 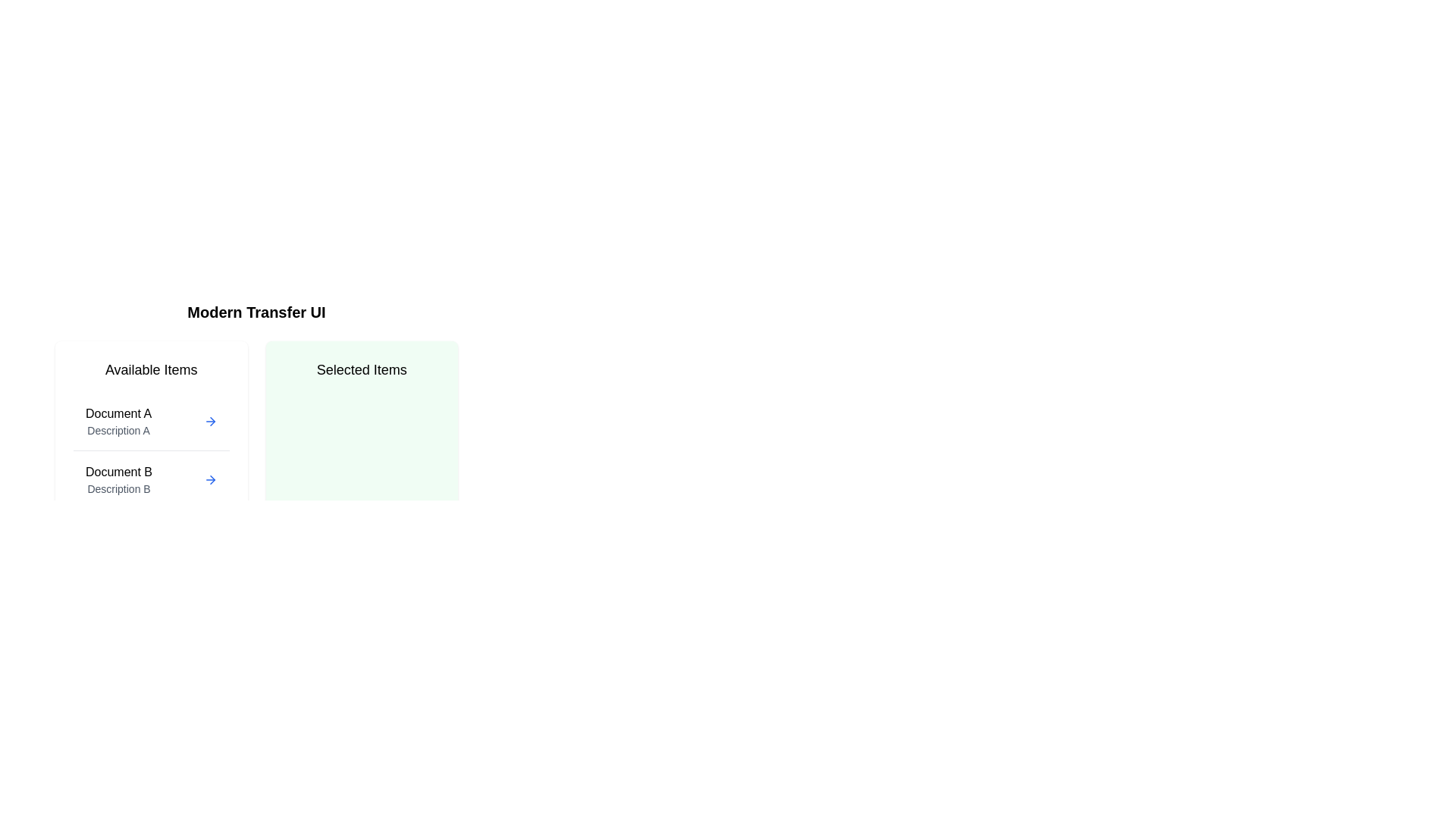 What do you see at coordinates (118, 421) in the screenshot?
I see `the first item in the 'Available Items' list, which represents 'Document A'` at bounding box center [118, 421].